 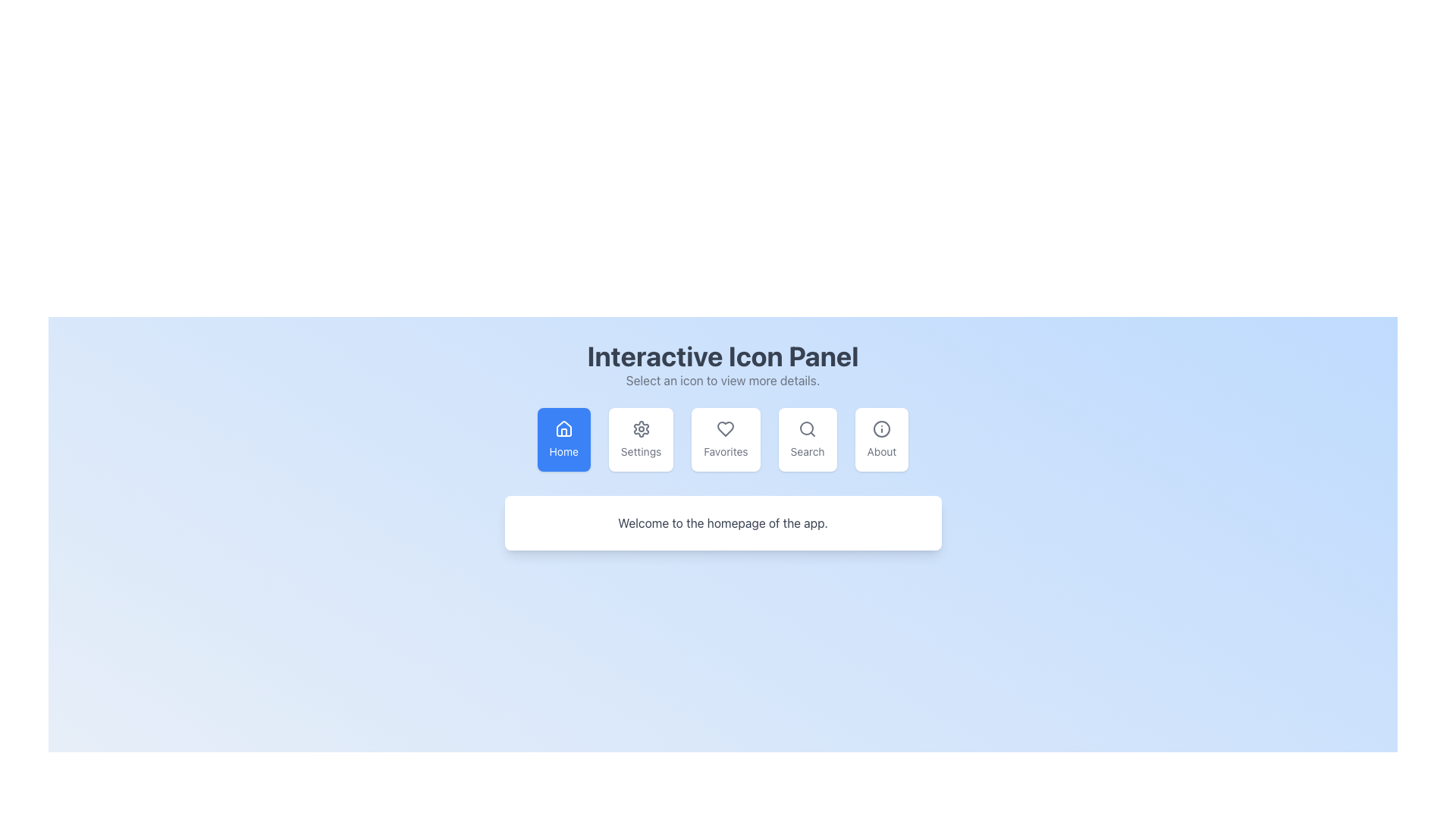 I want to click on the fifth button in the horizontal row of icons, so click(x=881, y=439).